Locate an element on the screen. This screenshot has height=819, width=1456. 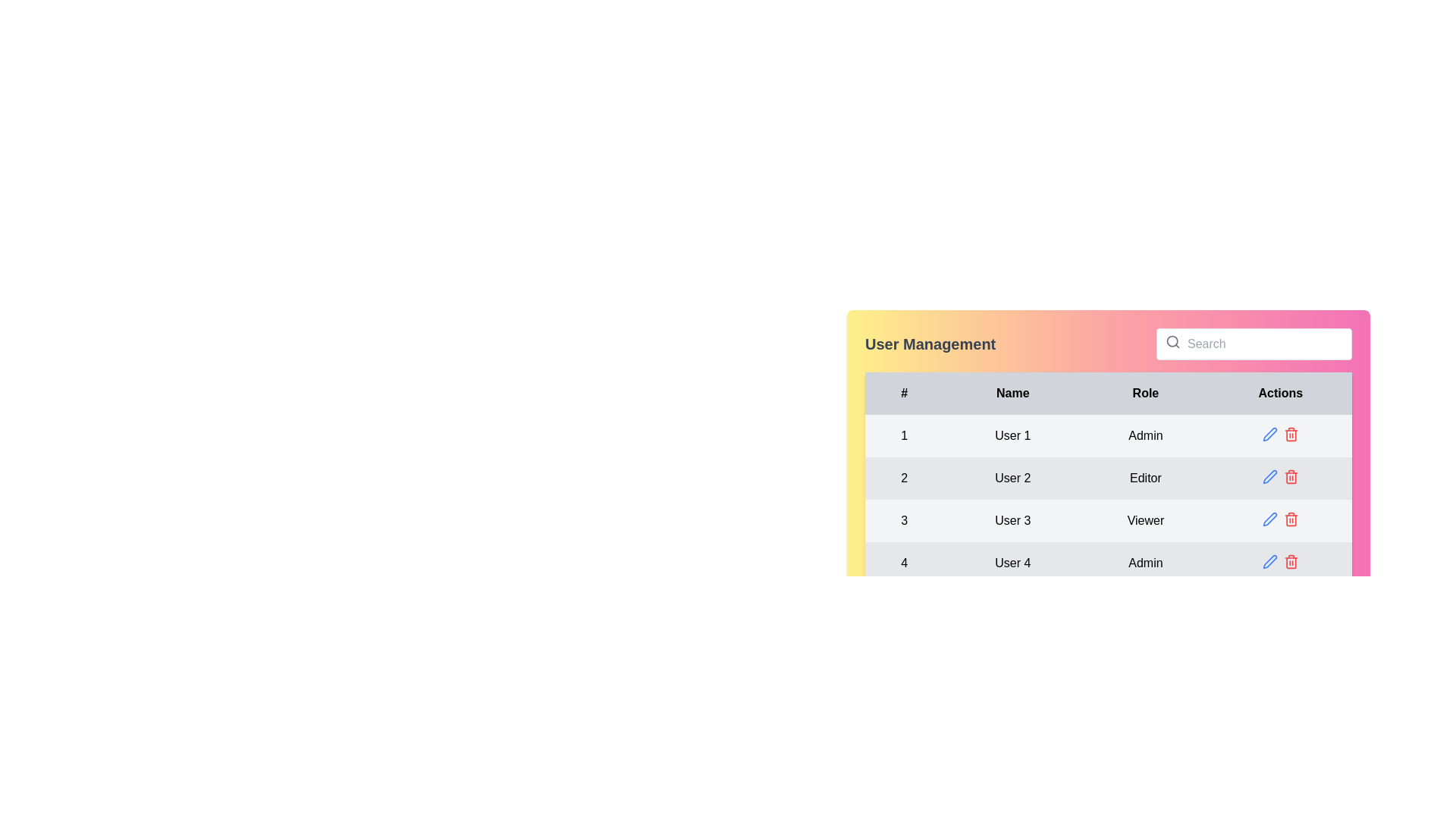
the text content displaying 'User 3' in the 'Name' column of the user management table, located in the third row between the 'Number' and 'Role' columns is located at coordinates (1012, 519).